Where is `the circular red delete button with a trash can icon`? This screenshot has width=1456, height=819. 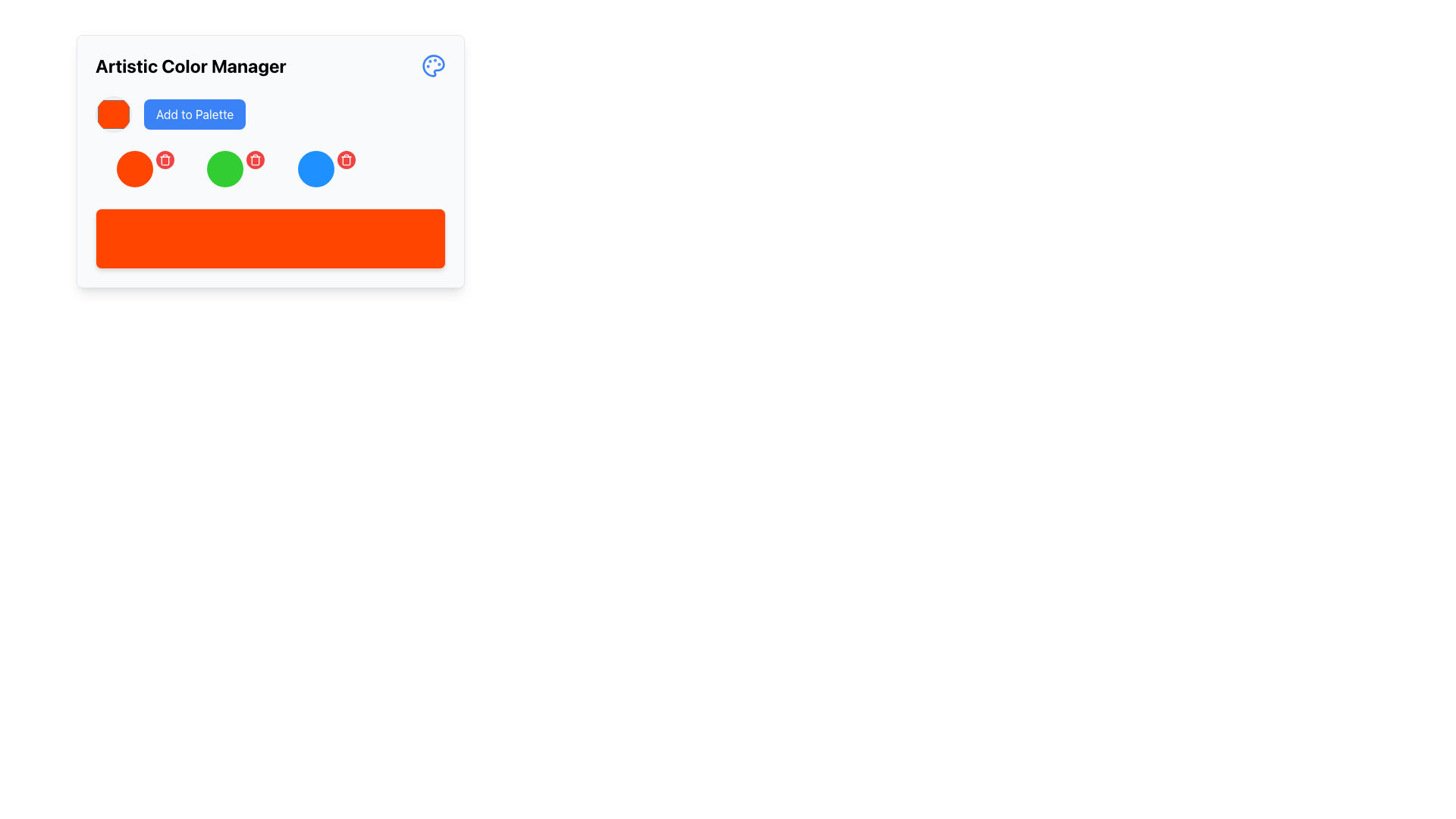
the circular red delete button with a trash can icon is located at coordinates (165, 160).